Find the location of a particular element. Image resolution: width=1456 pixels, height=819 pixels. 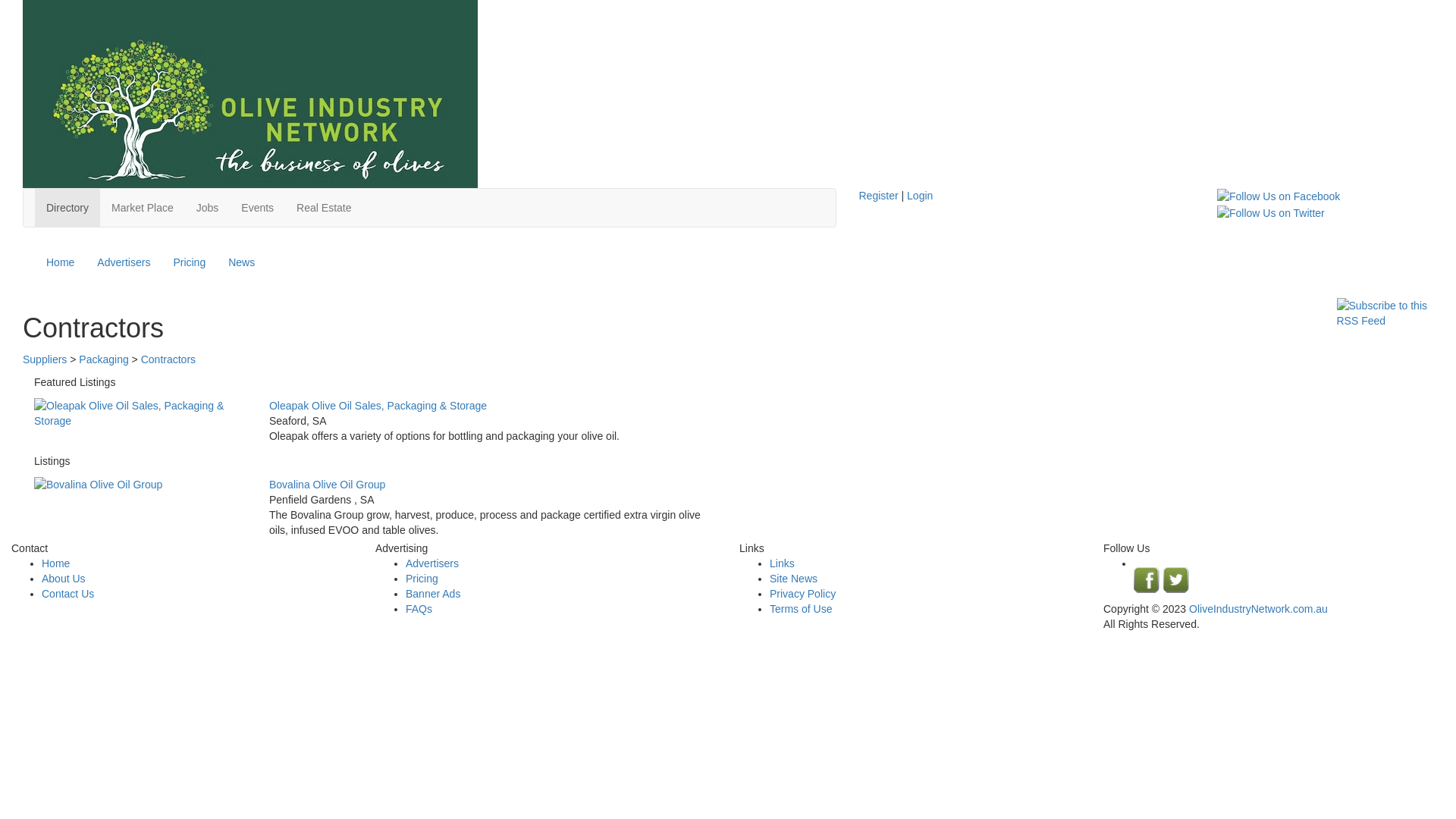

'Privacy Policy' is located at coordinates (802, 593).